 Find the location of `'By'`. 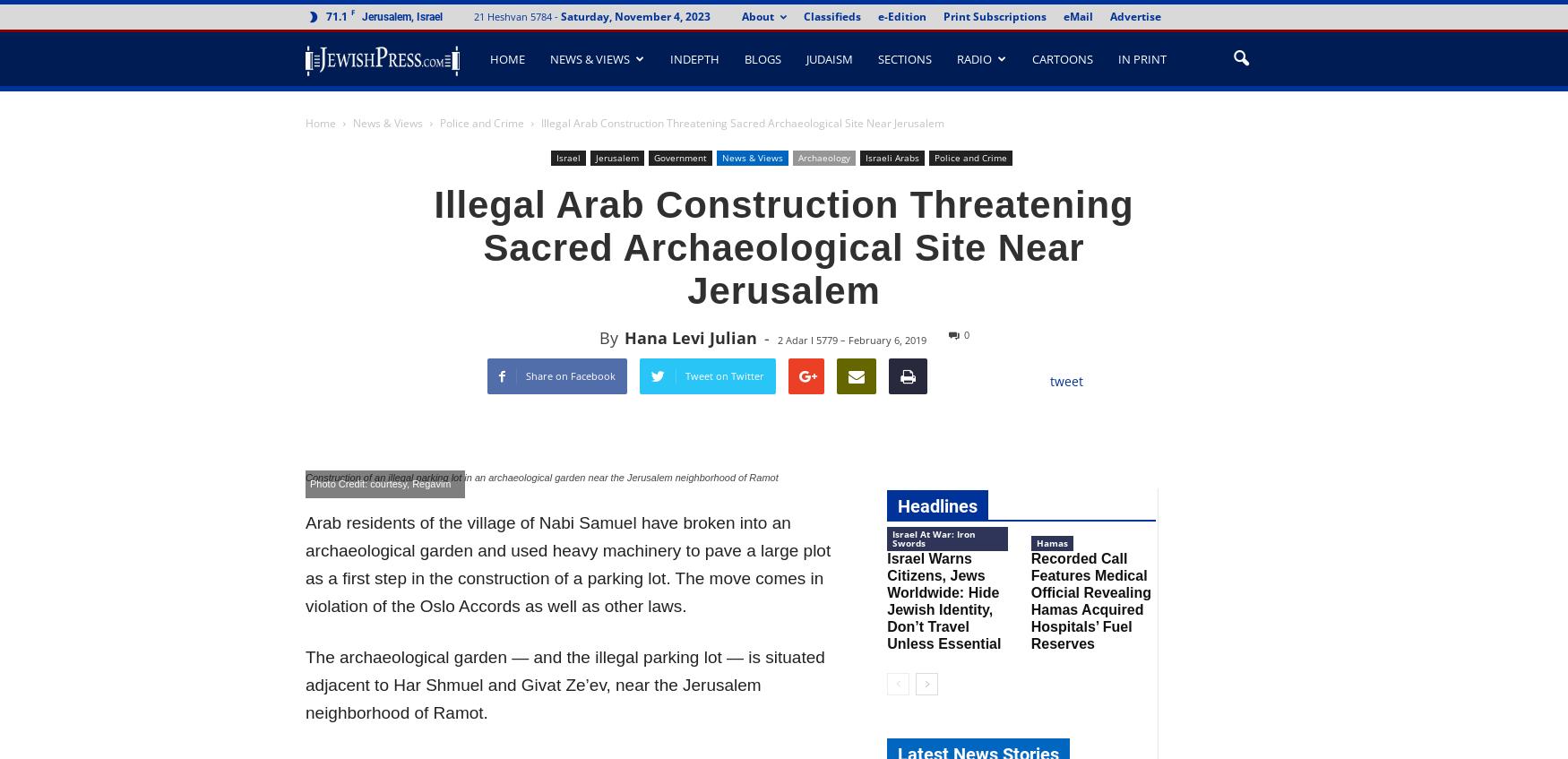

'By' is located at coordinates (607, 336).